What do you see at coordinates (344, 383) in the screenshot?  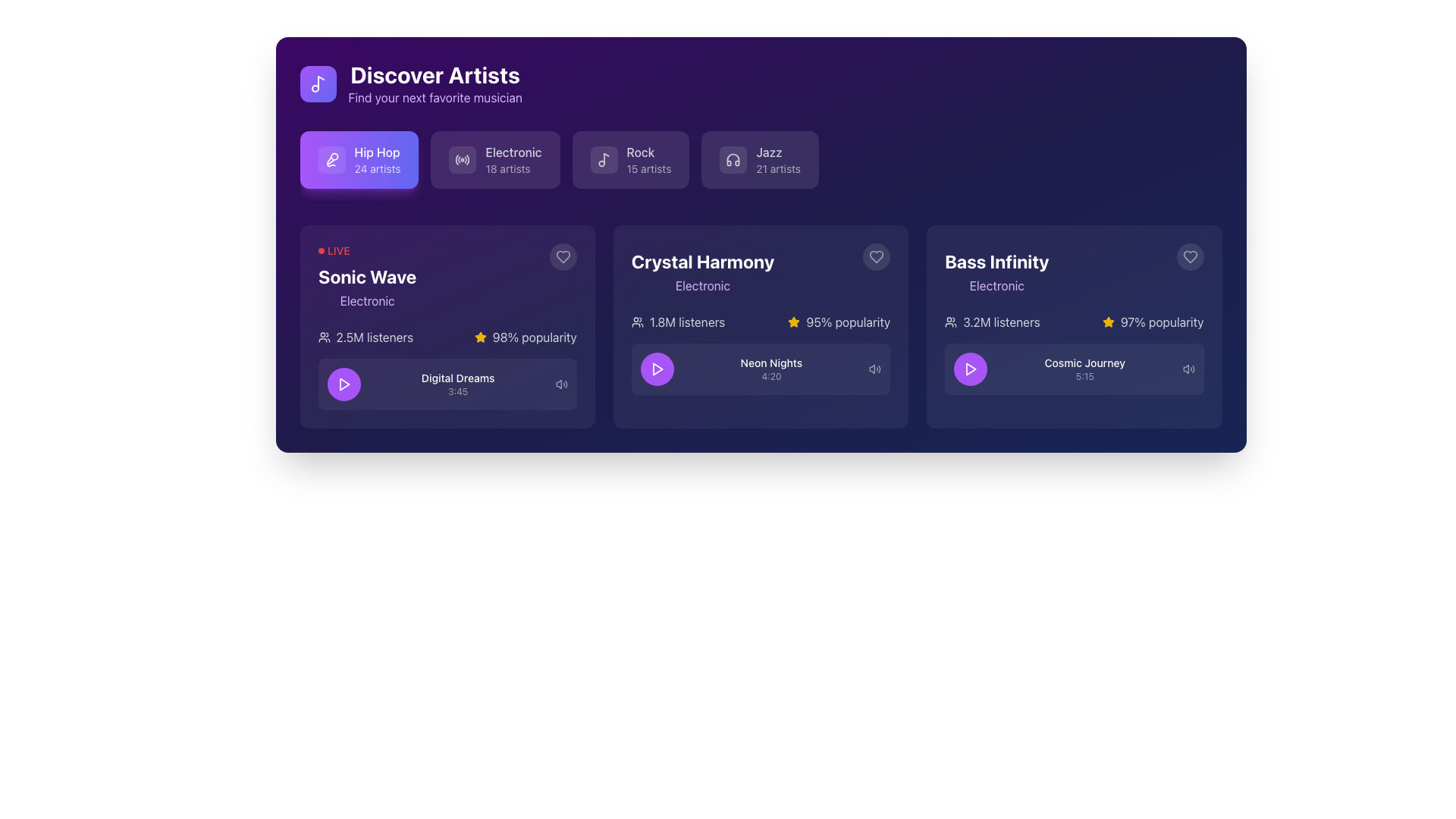 I see `the circular play button icon for the track 'Digital Dreams' located in the bottom-left corner of the 'Sonic Wave' section` at bounding box center [344, 383].